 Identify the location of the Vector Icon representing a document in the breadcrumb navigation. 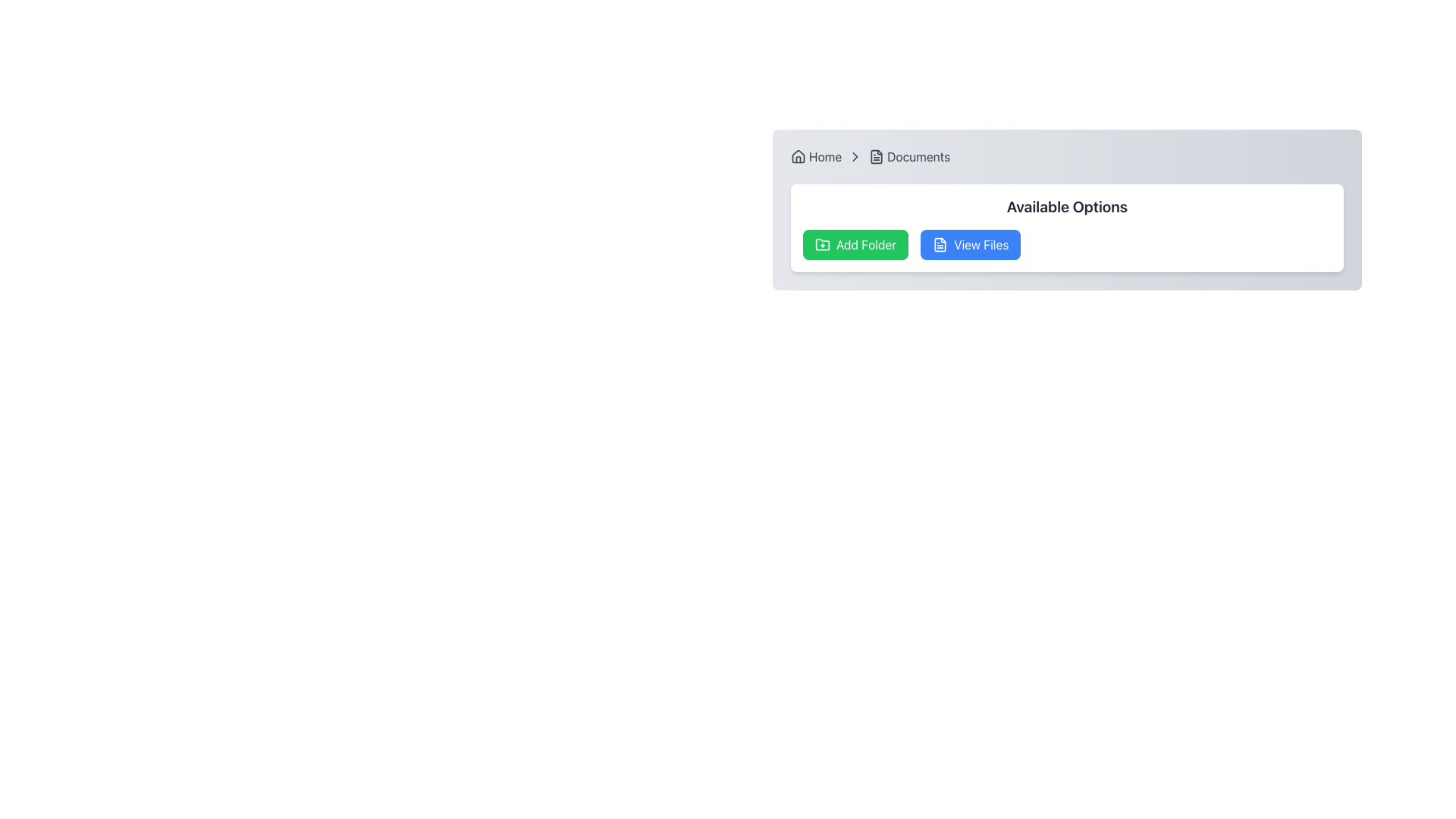
(877, 157).